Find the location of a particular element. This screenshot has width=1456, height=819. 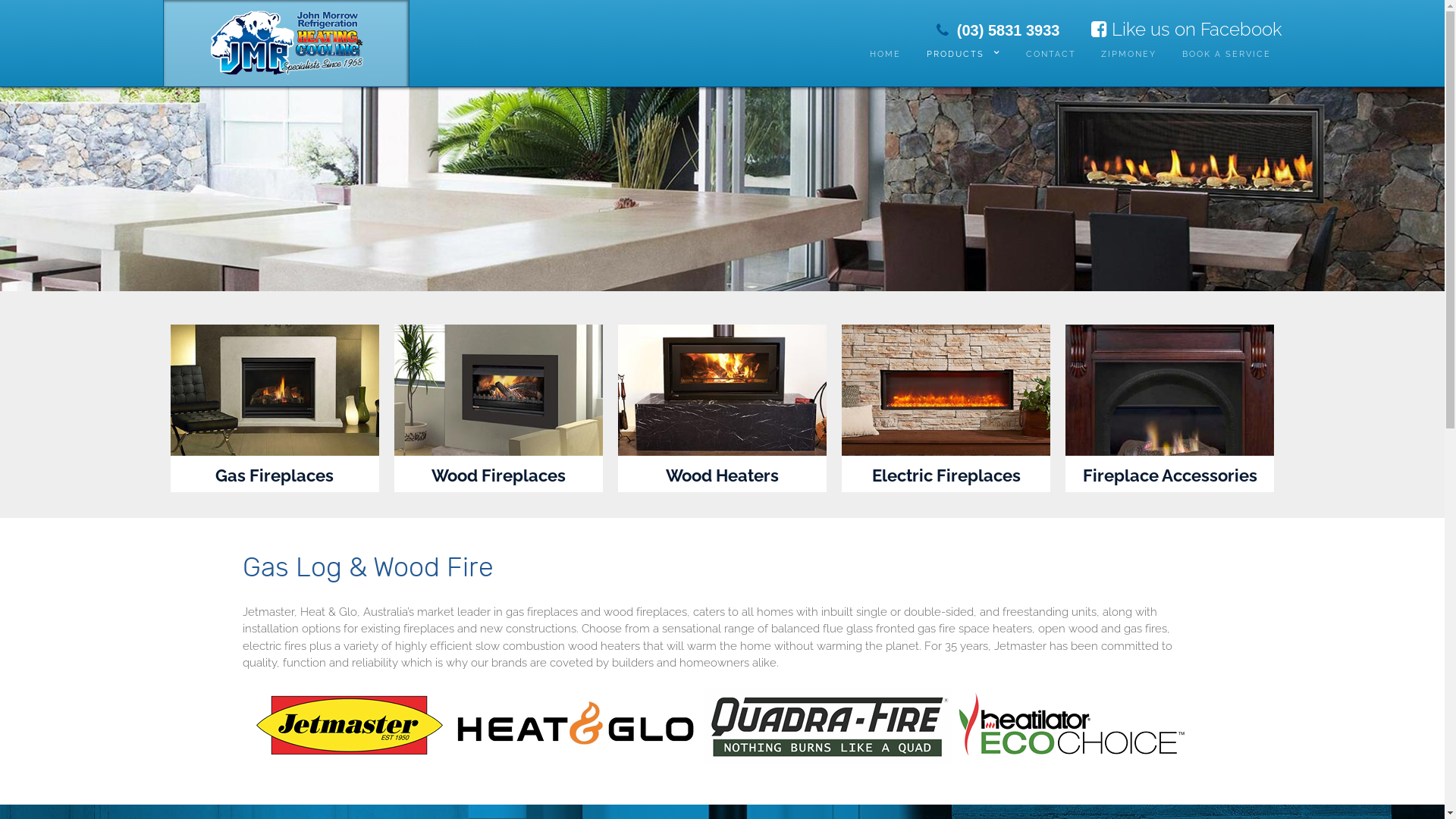

'(03) 5831 3933' is located at coordinates (998, 29).